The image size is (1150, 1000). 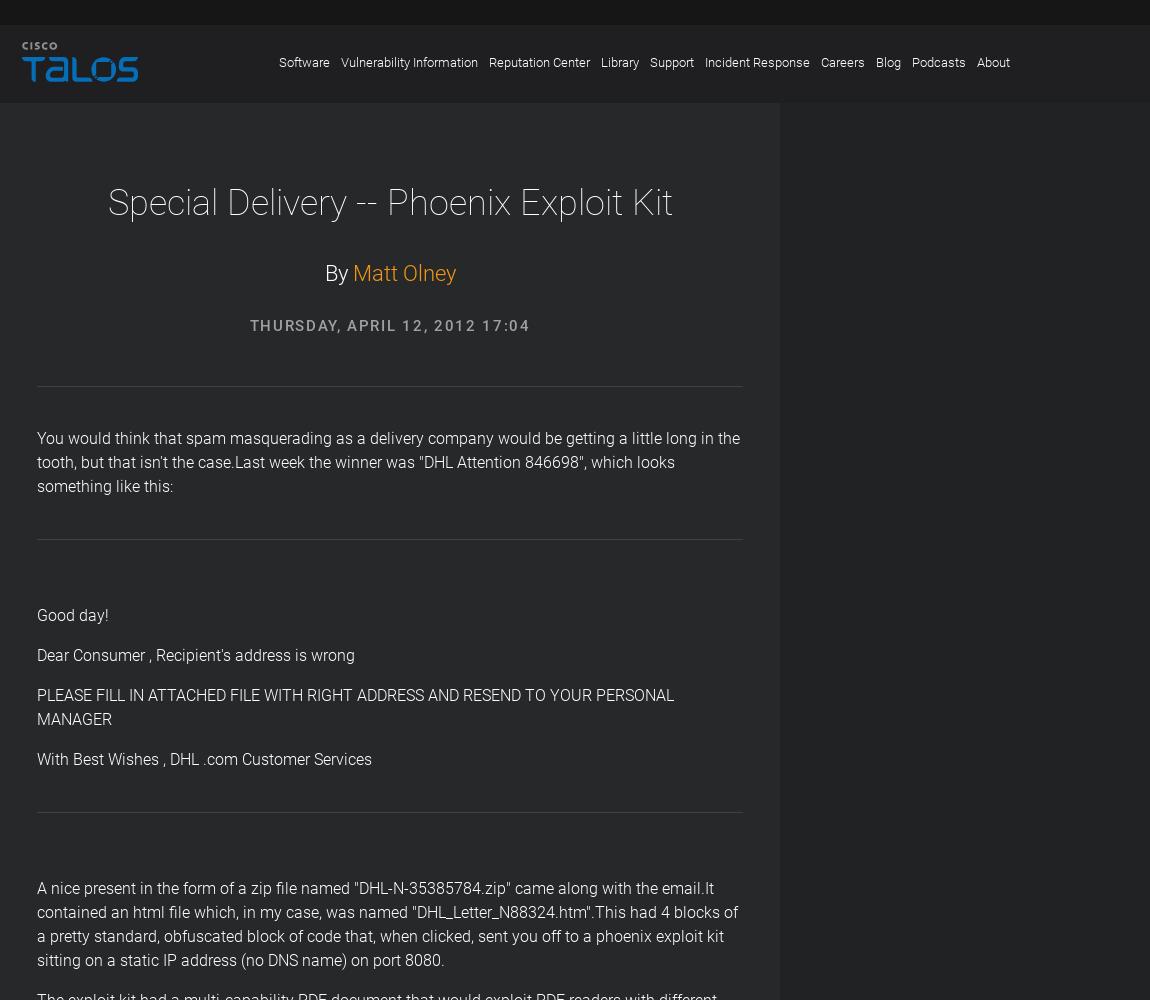 I want to click on 'Special Delivery -- Phoenix Exploit Kit', so click(x=389, y=202).